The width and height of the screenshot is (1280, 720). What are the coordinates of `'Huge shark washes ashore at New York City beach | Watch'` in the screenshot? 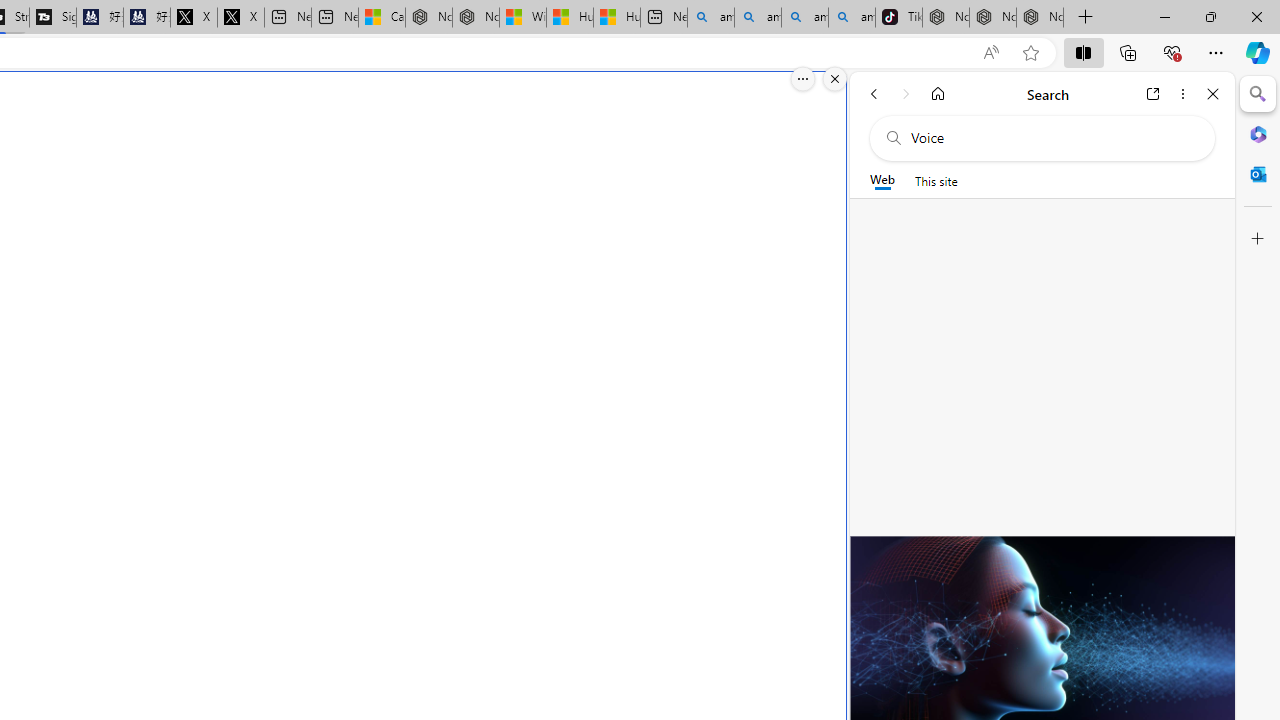 It's located at (615, 17).